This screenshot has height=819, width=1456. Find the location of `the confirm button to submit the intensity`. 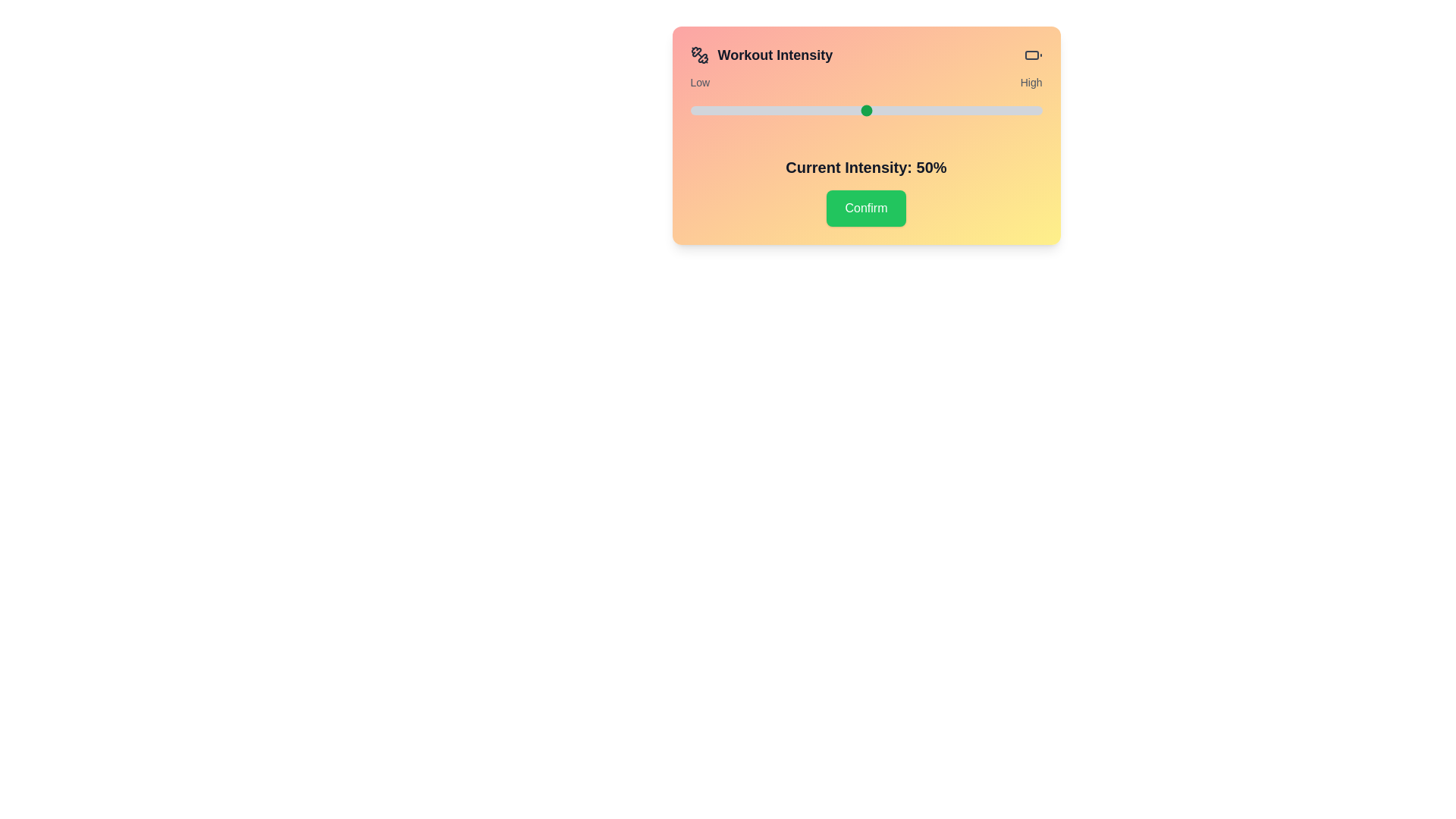

the confirm button to submit the intensity is located at coordinates (866, 208).